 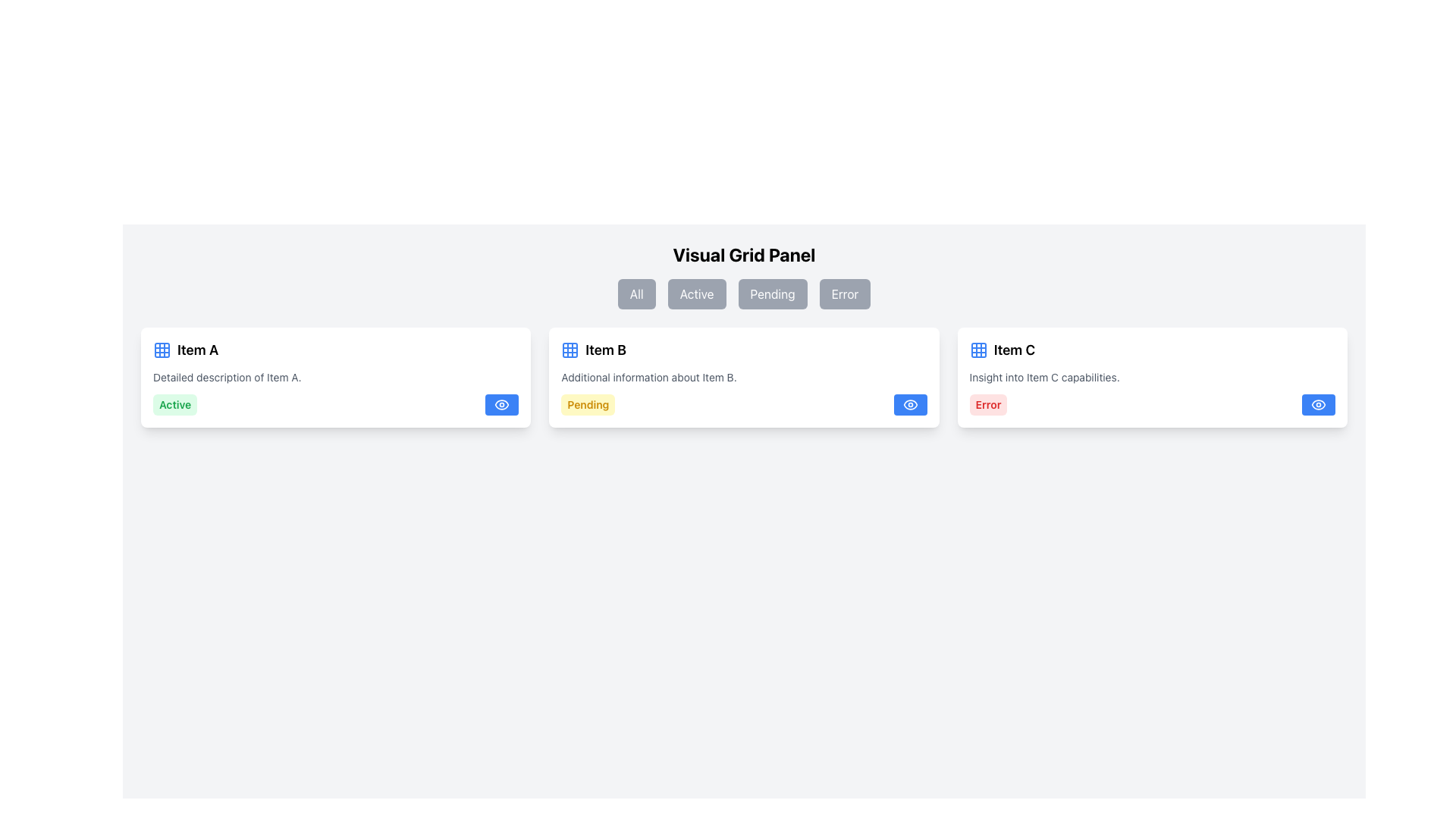 I want to click on the rectangular button with rounded corners labeled 'All', so click(x=636, y=294).